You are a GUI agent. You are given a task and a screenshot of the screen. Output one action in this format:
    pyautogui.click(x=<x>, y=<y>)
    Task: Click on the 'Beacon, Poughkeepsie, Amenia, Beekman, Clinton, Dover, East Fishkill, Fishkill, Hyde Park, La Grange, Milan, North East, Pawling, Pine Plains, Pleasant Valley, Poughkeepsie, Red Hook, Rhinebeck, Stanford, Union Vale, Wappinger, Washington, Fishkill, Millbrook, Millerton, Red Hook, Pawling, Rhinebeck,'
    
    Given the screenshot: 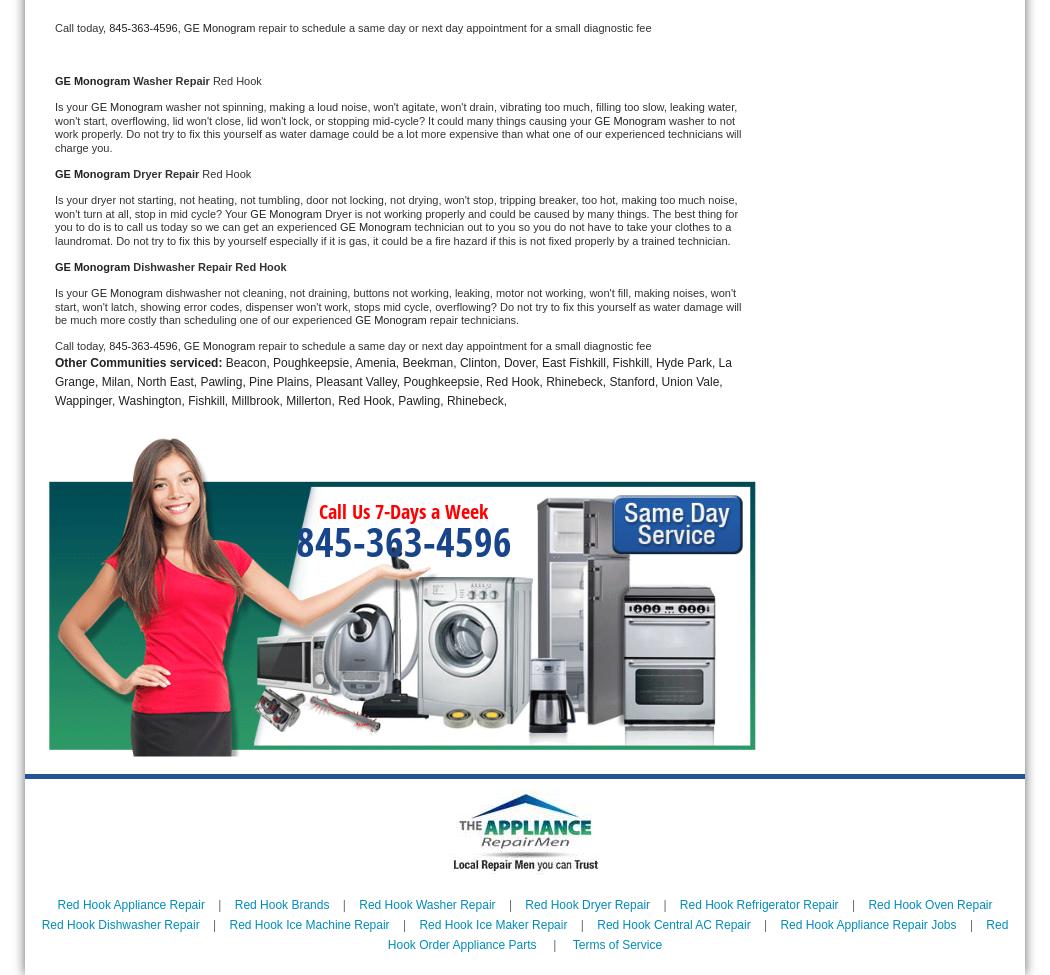 What is the action you would take?
    pyautogui.click(x=393, y=381)
    